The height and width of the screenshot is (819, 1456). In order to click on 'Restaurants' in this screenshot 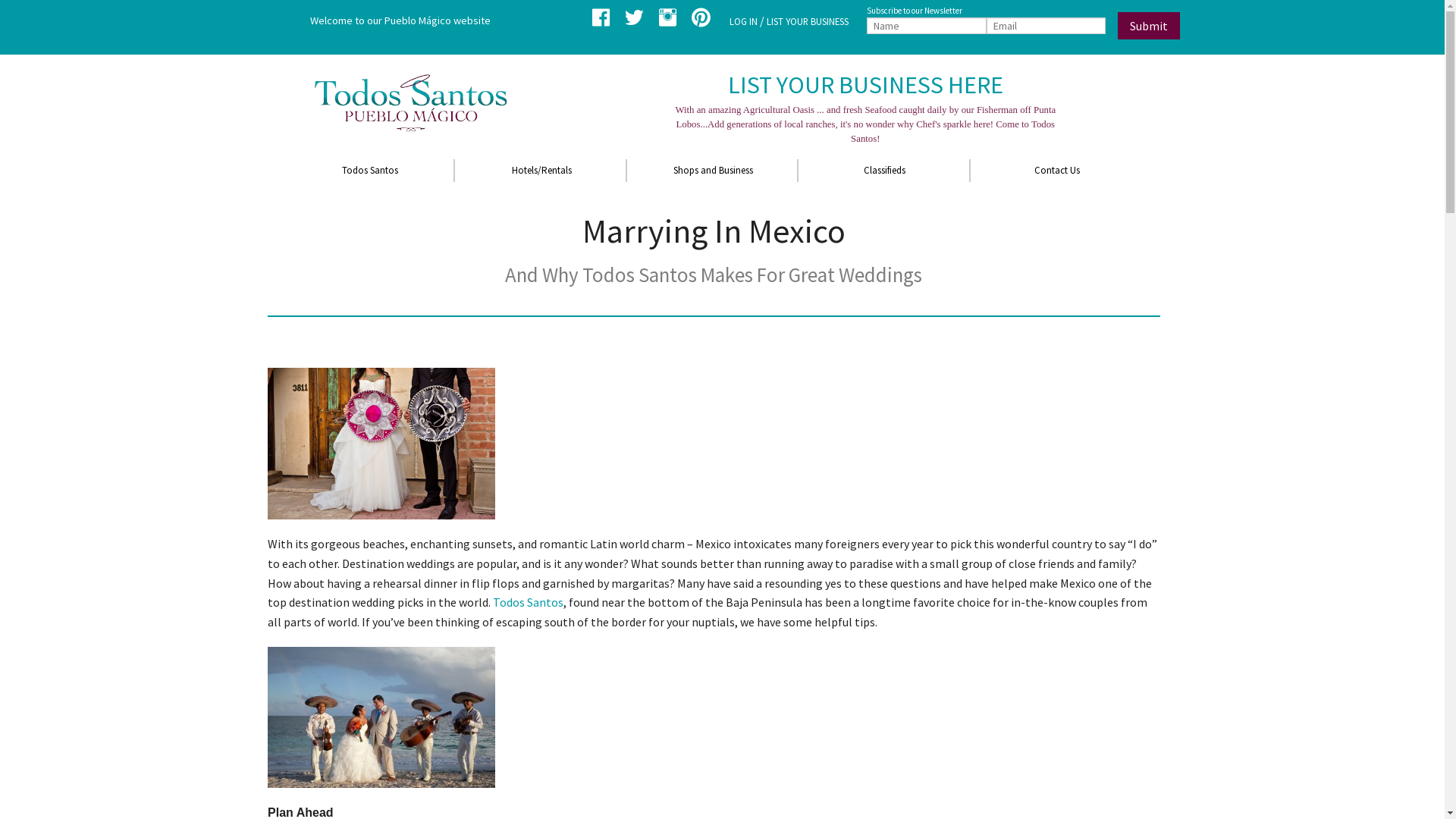, I will do `click(629, 193)`.